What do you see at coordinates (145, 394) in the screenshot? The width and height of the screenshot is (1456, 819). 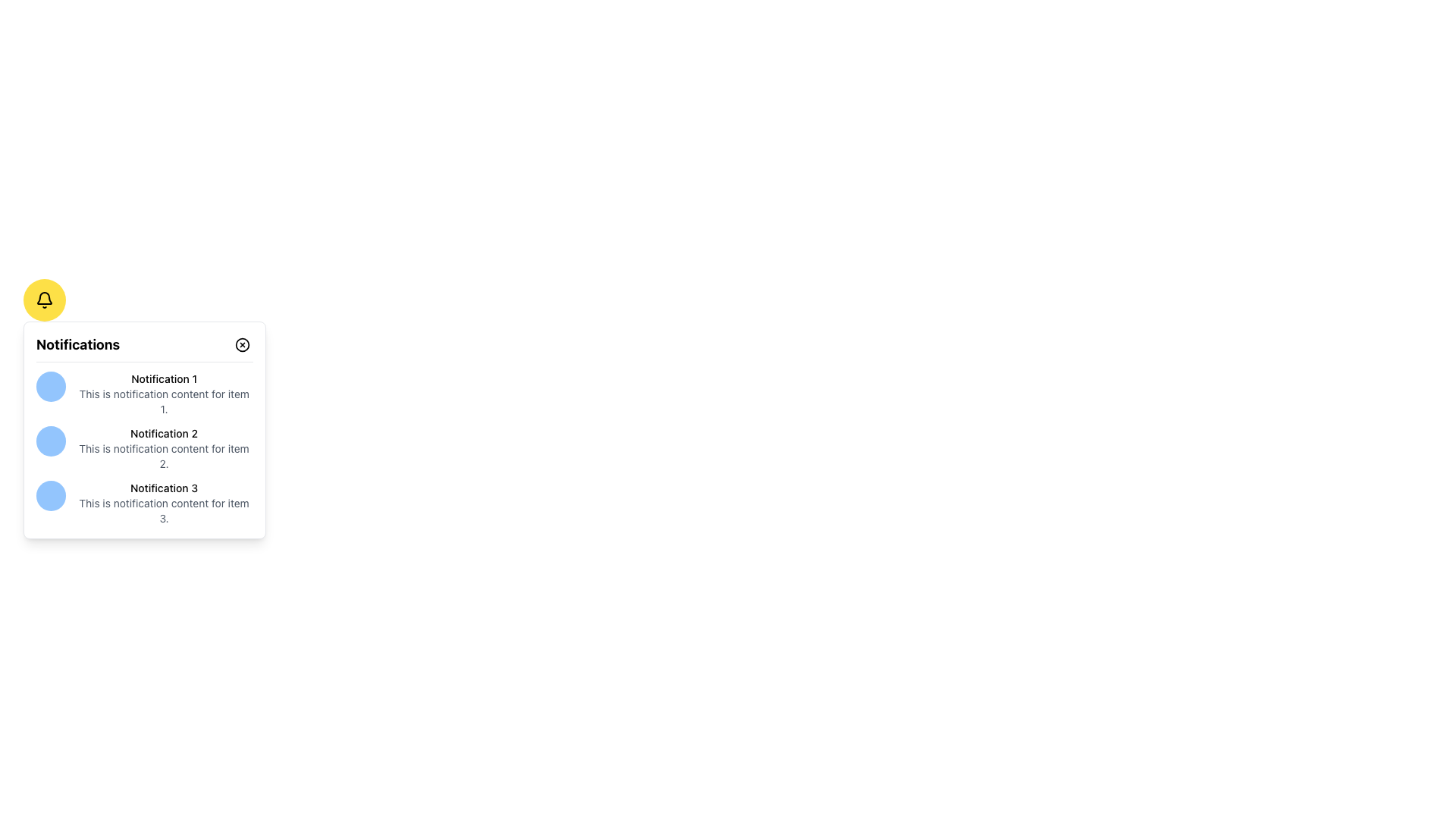 I see `the first notification item titled 'Notification 1'` at bounding box center [145, 394].